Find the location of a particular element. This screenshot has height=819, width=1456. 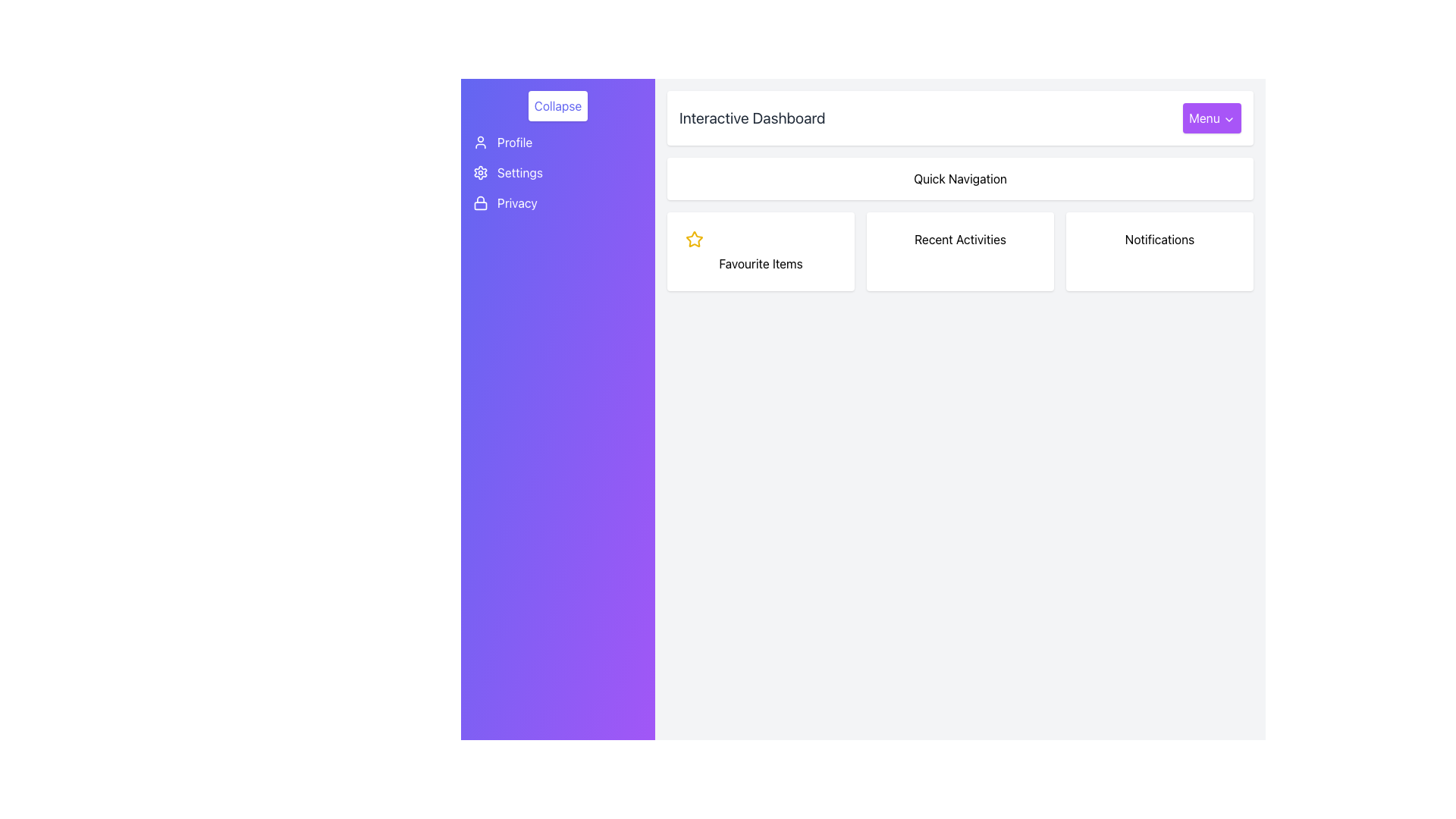

'Quick Navigation' label, which serves as a title for the section below, located beneath 'Interactive Dashboard' and above 'Favourite Items,' 'Recent Activities,' and 'Notifications.' is located at coordinates (959, 177).